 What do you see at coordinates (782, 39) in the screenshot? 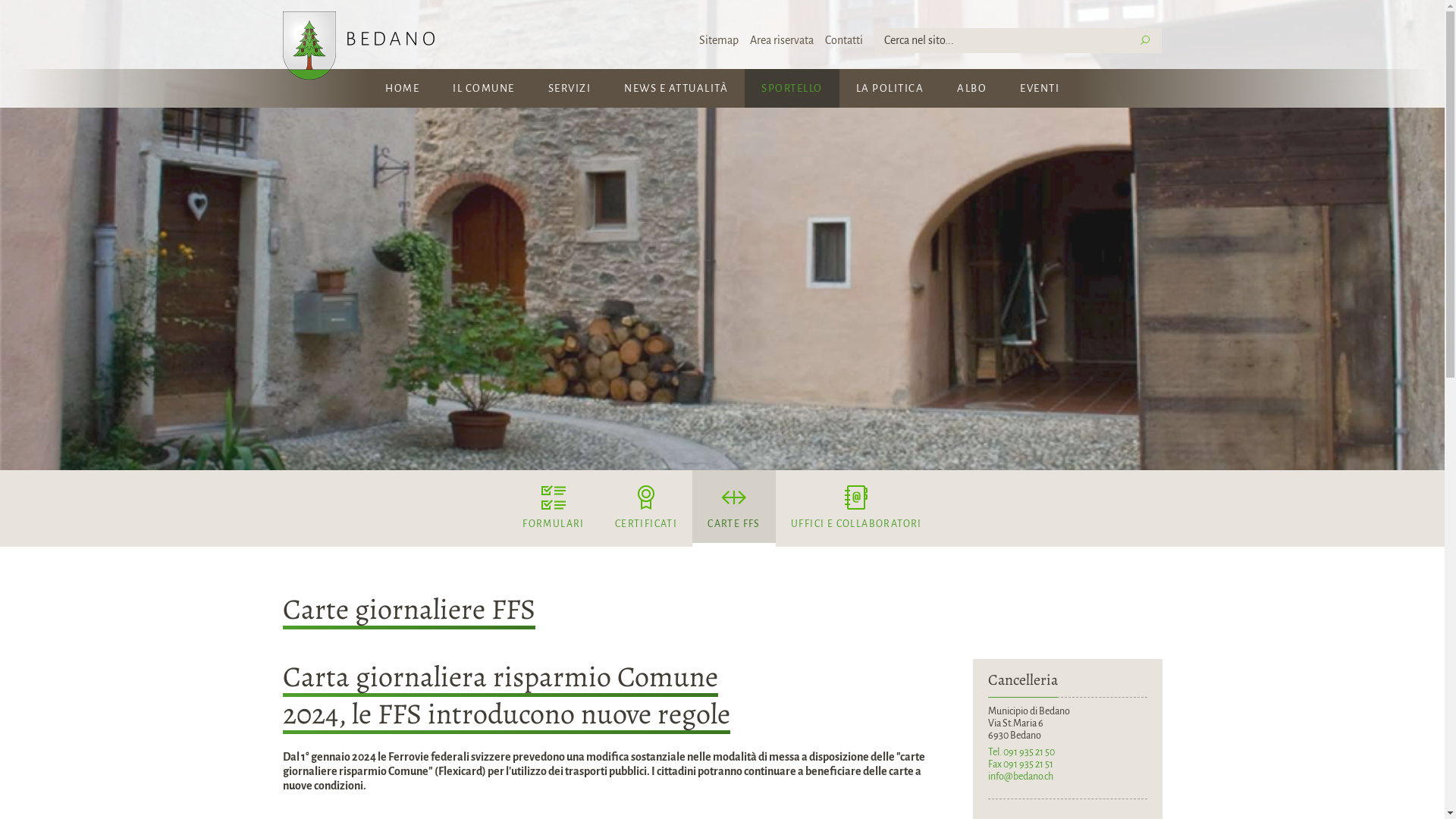
I see `'Area riservata'` at bounding box center [782, 39].